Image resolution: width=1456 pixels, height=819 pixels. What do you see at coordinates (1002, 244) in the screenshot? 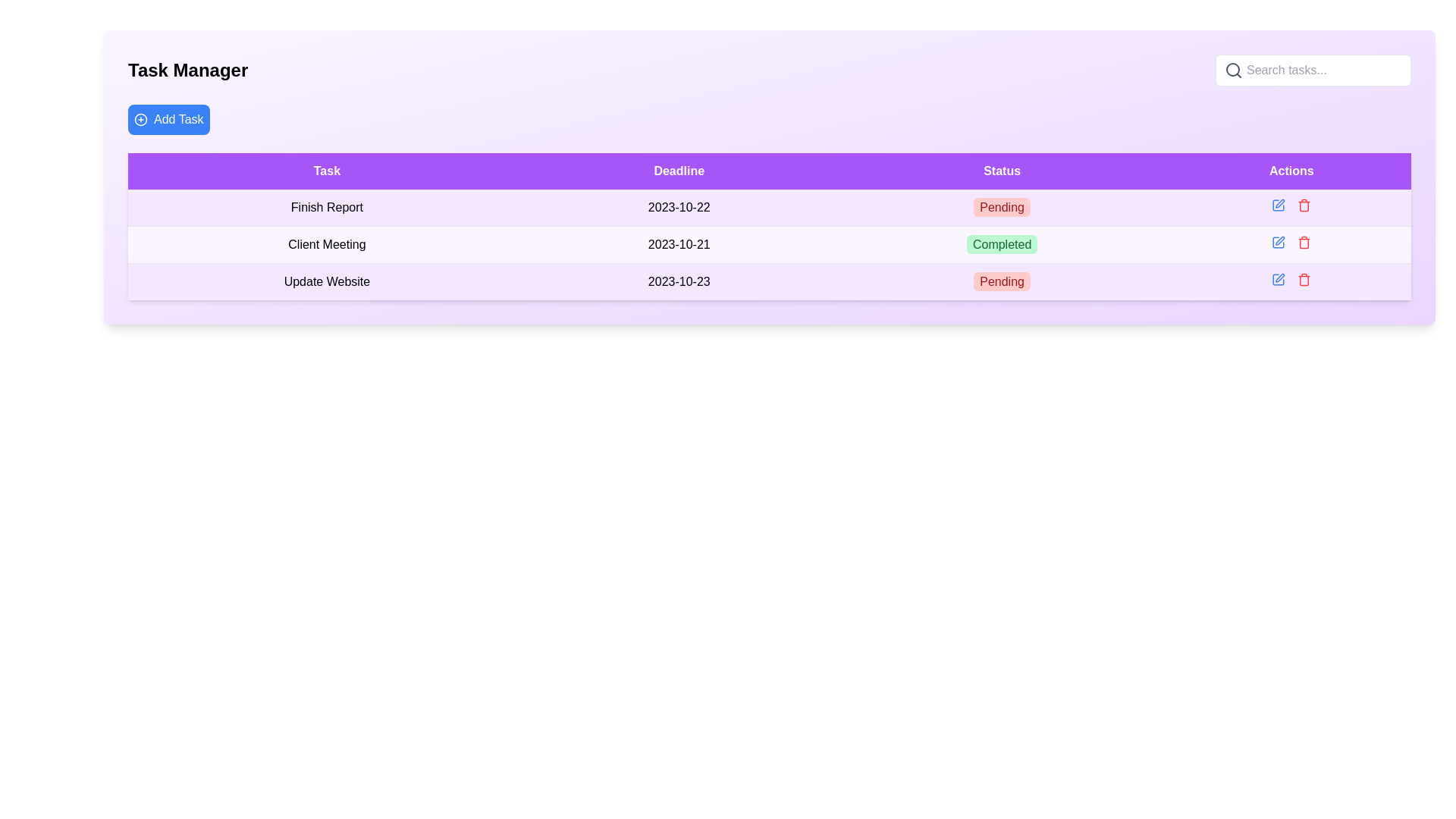
I see `the green badge labeled 'Completed' in the 'Status' column of the second row corresponding to the task 'Client Meeting.'` at bounding box center [1002, 244].